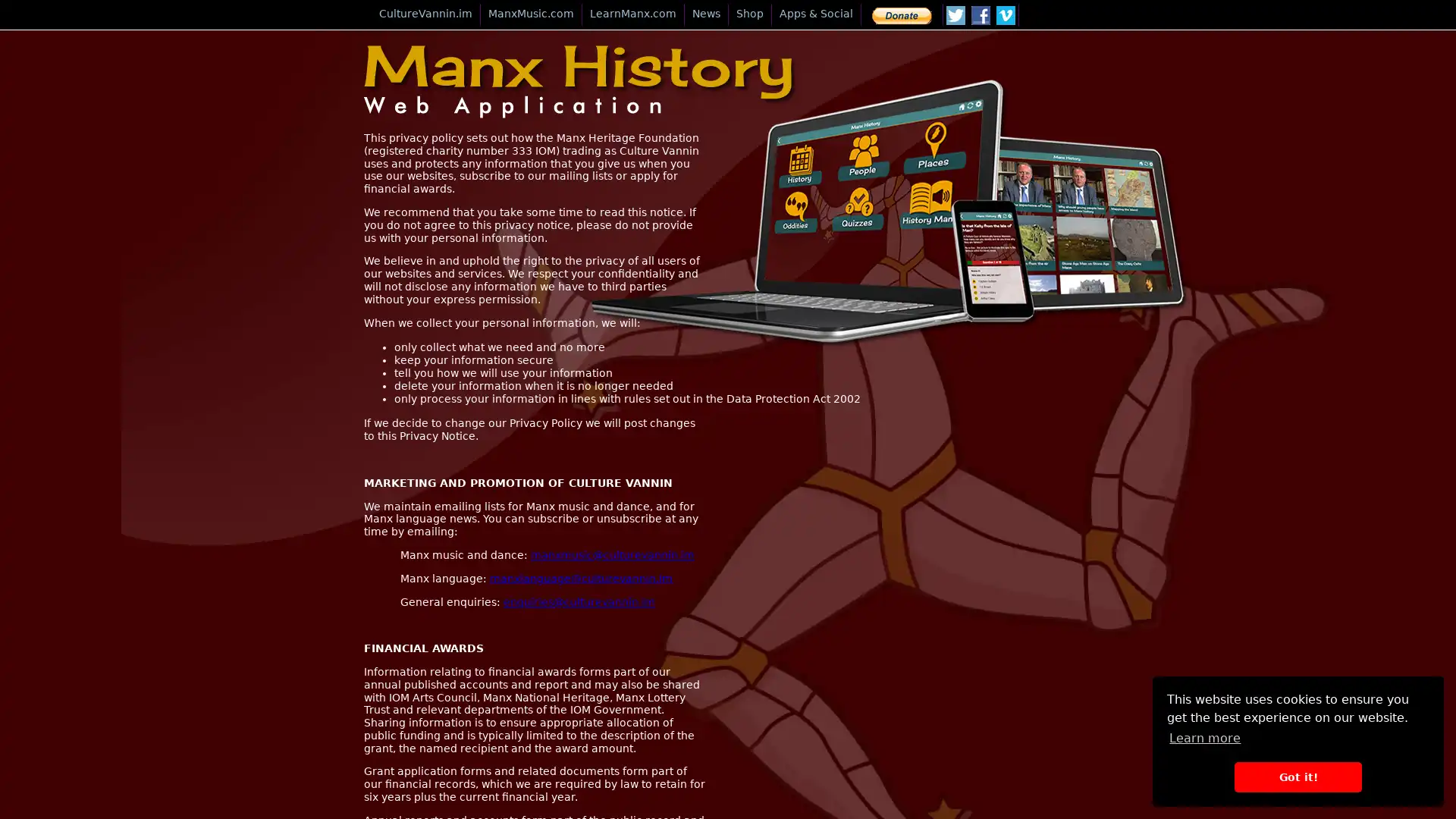  What do you see at coordinates (1297, 777) in the screenshot?
I see `dismiss cookie message` at bounding box center [1297, 777].